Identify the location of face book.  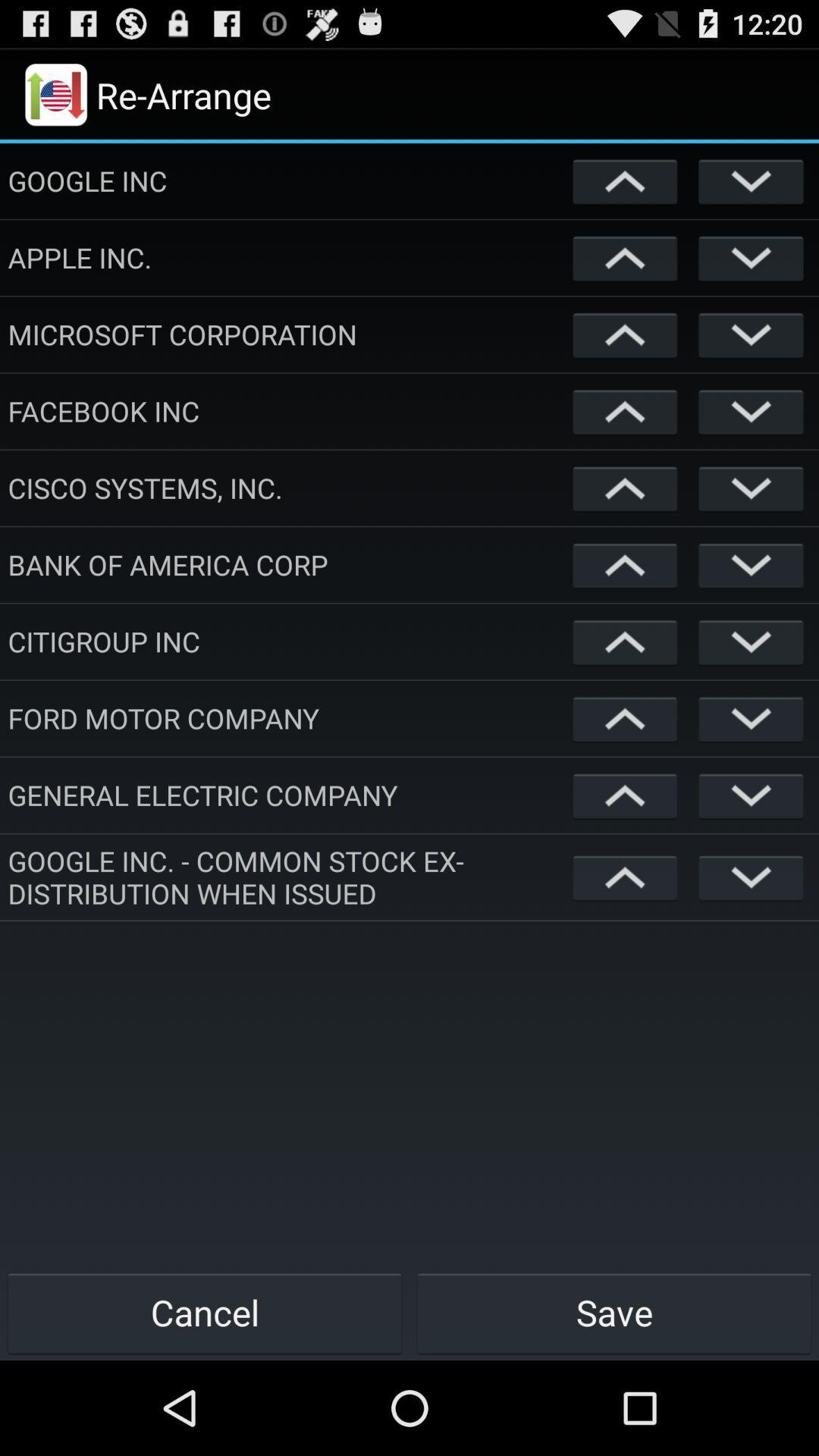
(625, 411).